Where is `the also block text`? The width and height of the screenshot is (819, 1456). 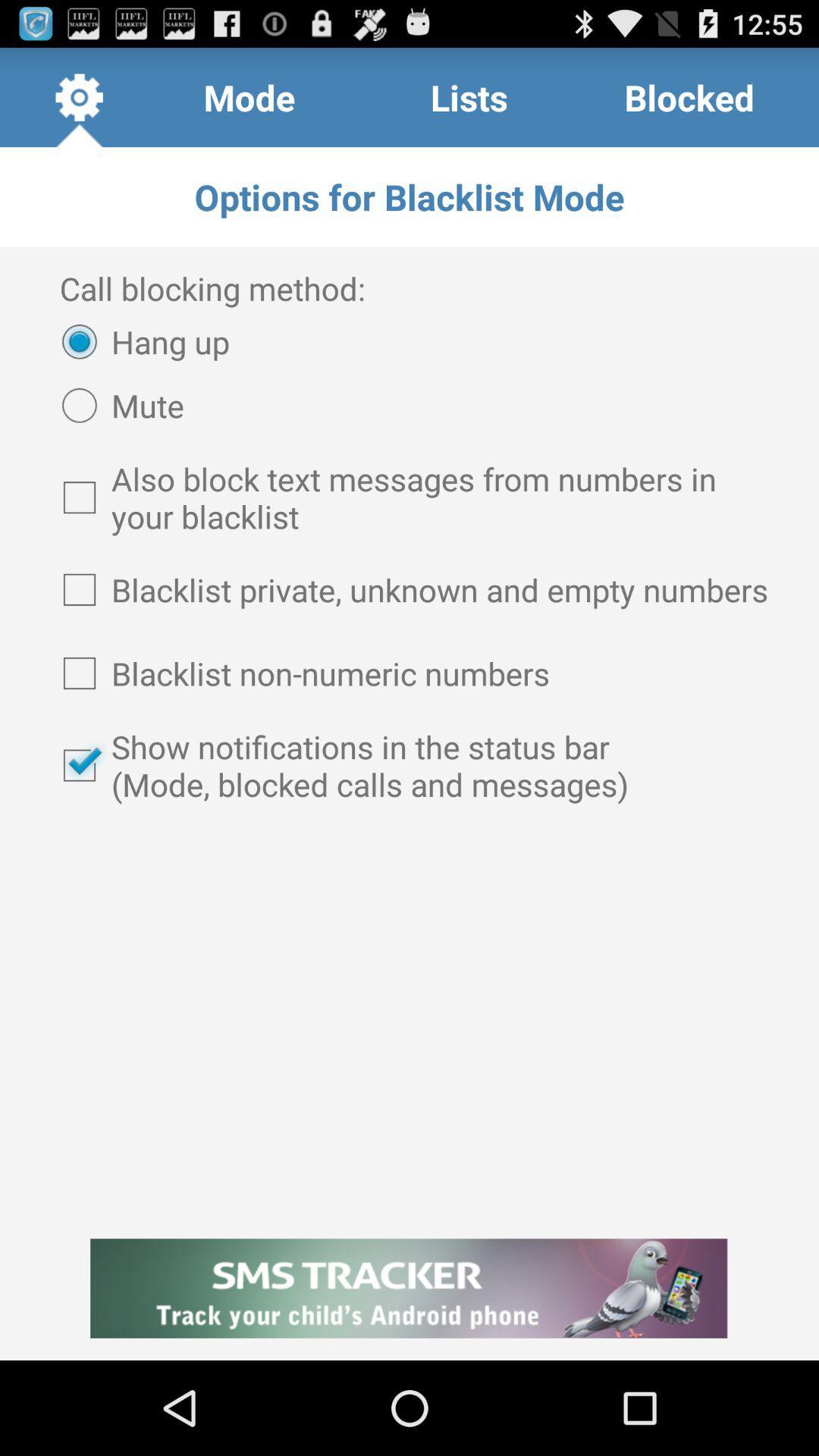
the also block text is located at coordinates (409, 497).